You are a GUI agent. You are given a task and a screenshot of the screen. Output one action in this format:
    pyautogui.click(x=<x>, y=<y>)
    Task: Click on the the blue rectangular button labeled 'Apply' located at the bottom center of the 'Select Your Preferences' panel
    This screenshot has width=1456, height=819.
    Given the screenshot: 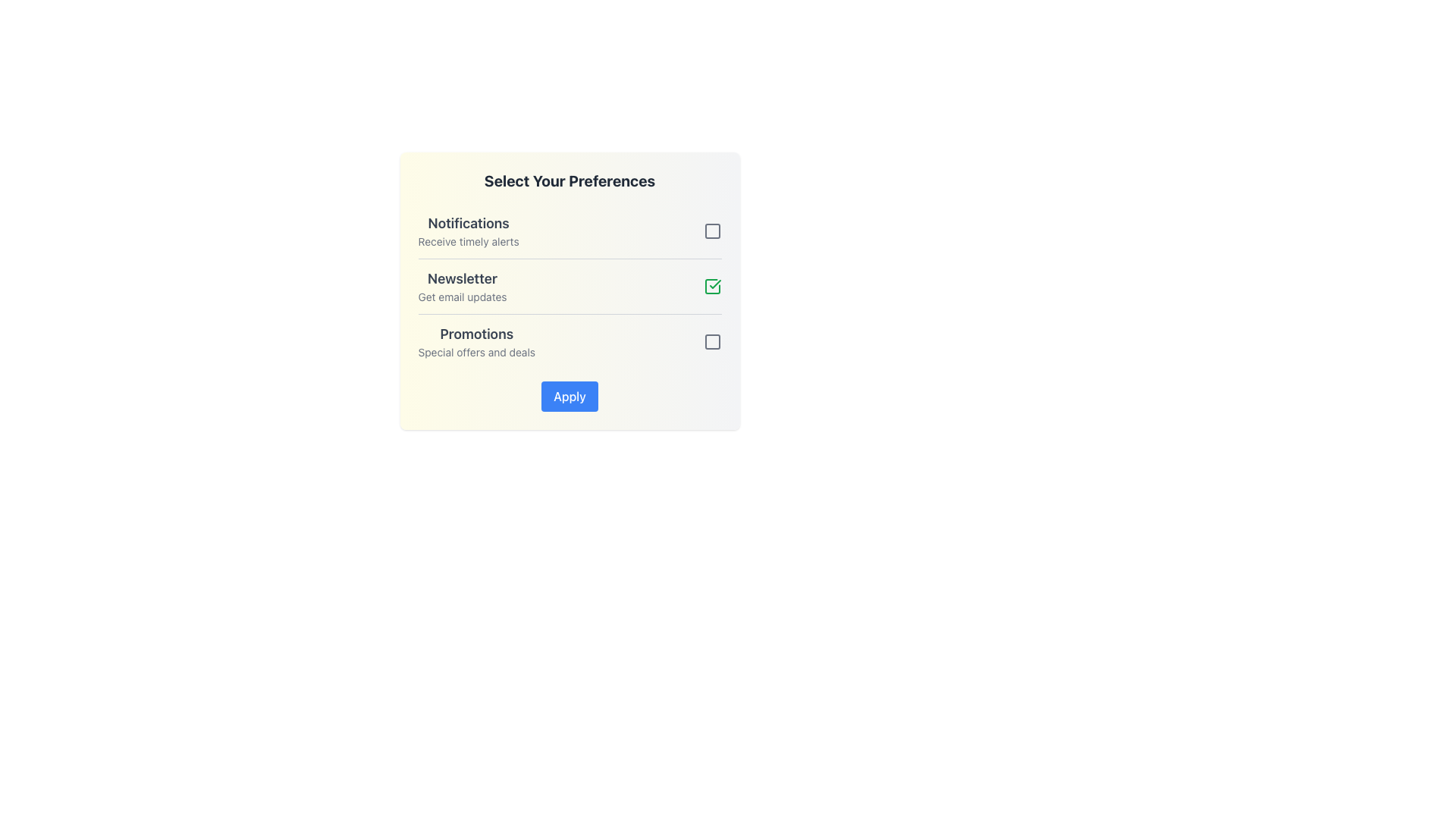 What is the action you would take?
    pyautogui.click(x=569, y=396)
    